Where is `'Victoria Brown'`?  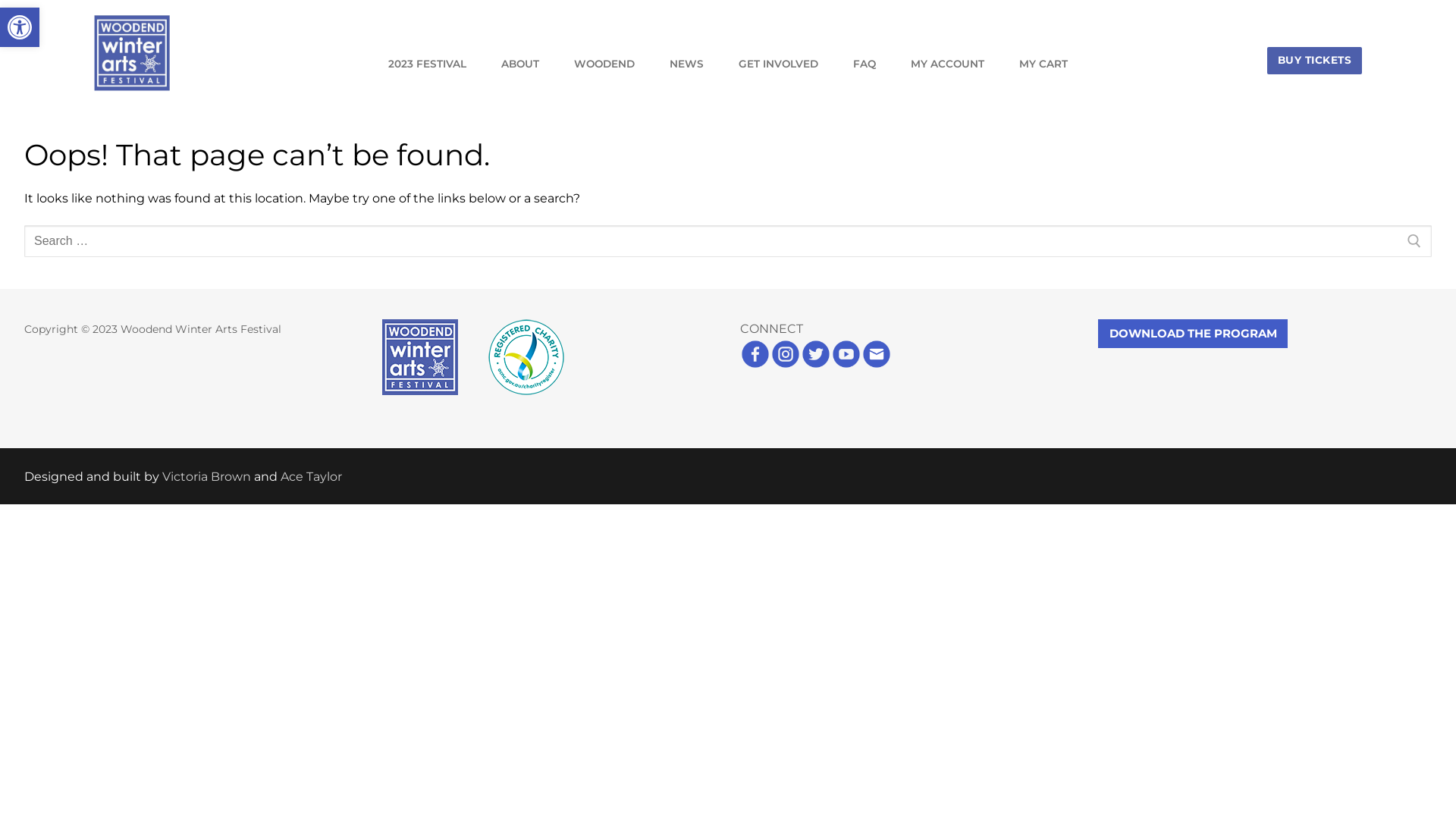
'Victoria Brown' is located at coordinates (206, 475).